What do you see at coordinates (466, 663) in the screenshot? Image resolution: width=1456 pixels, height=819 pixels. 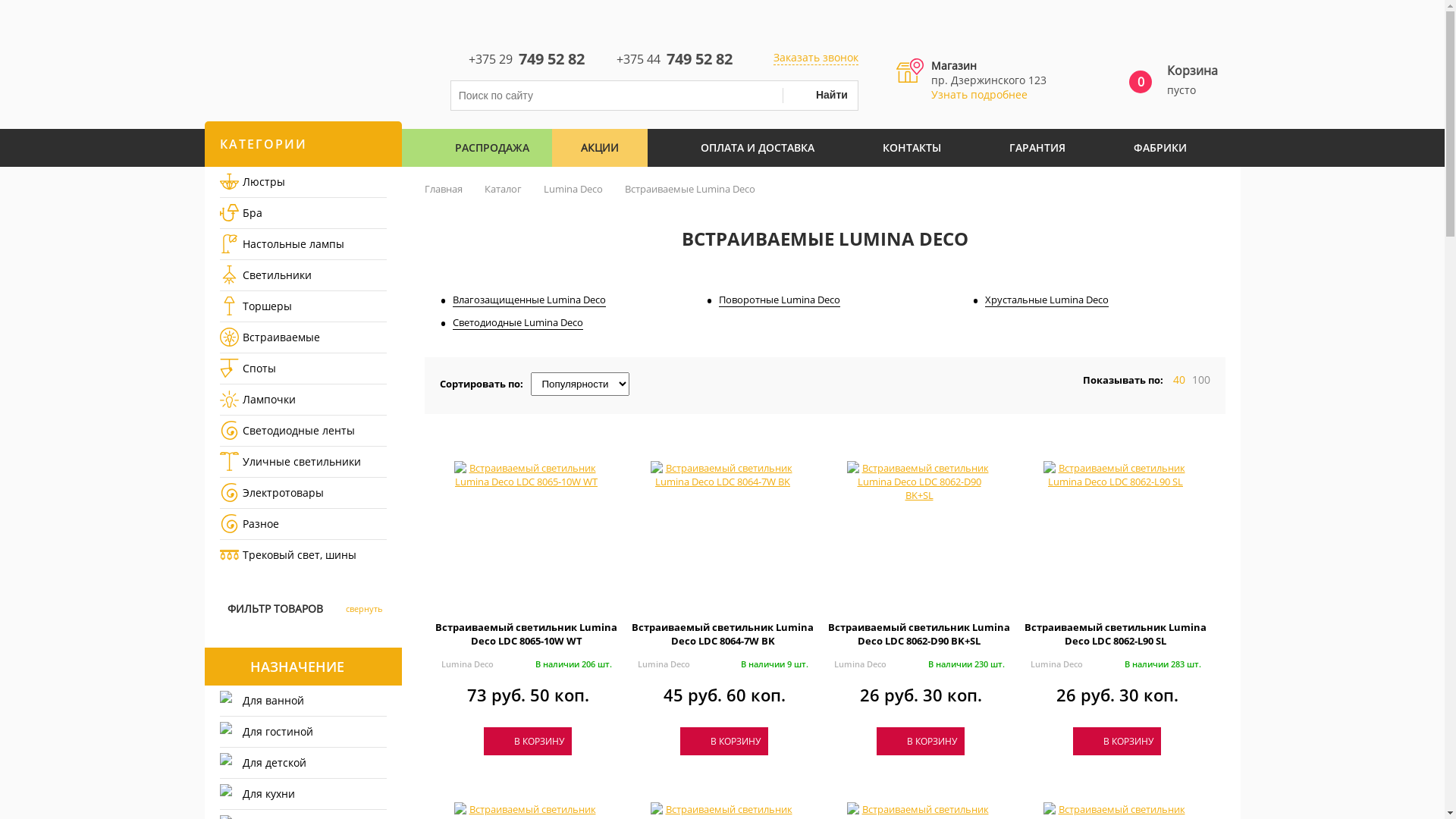 I see `'Lumina Deco'` at bounding box center [466, 663].